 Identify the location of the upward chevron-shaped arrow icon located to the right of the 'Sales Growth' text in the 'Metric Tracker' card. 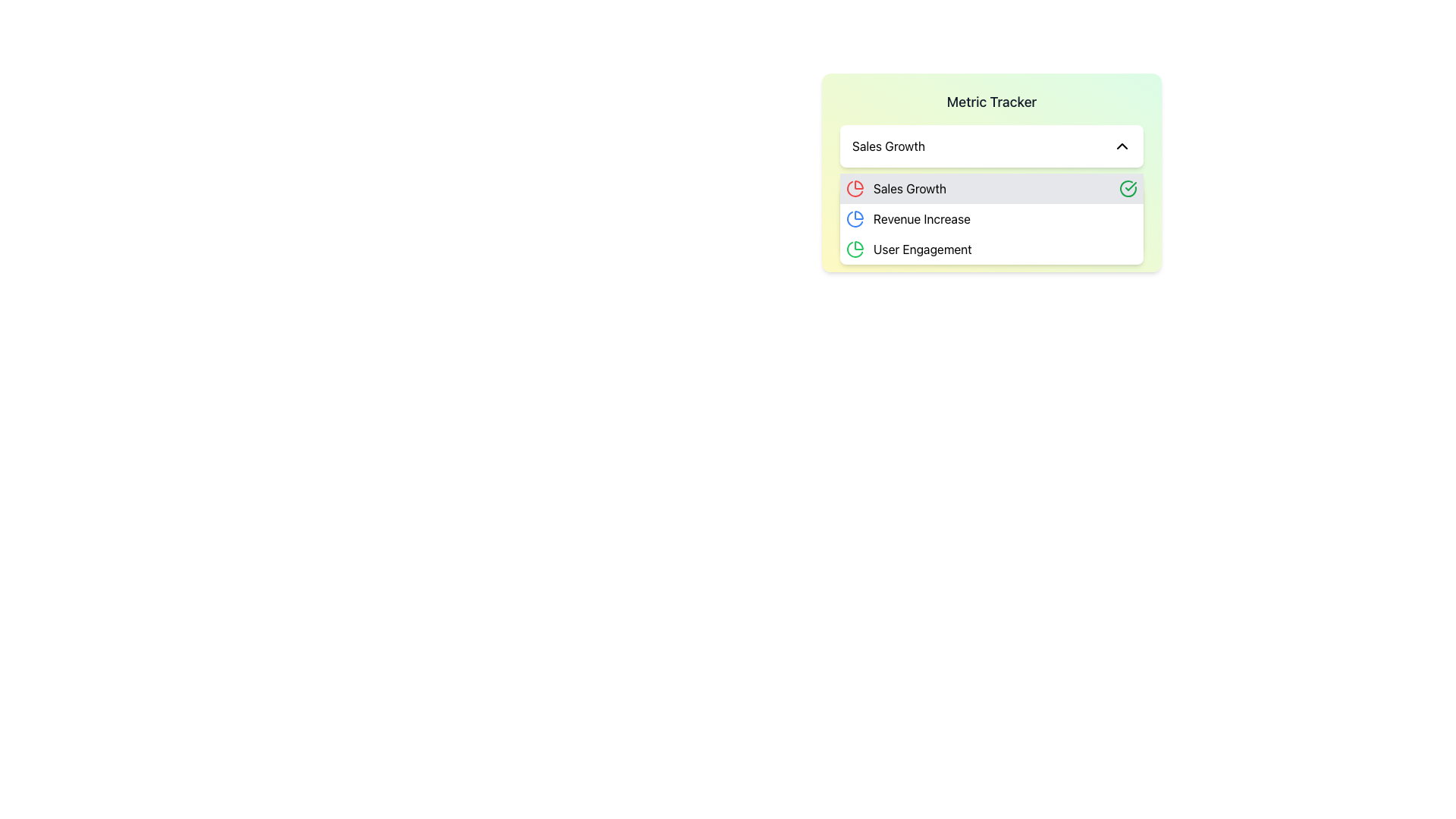
(1122, 146).